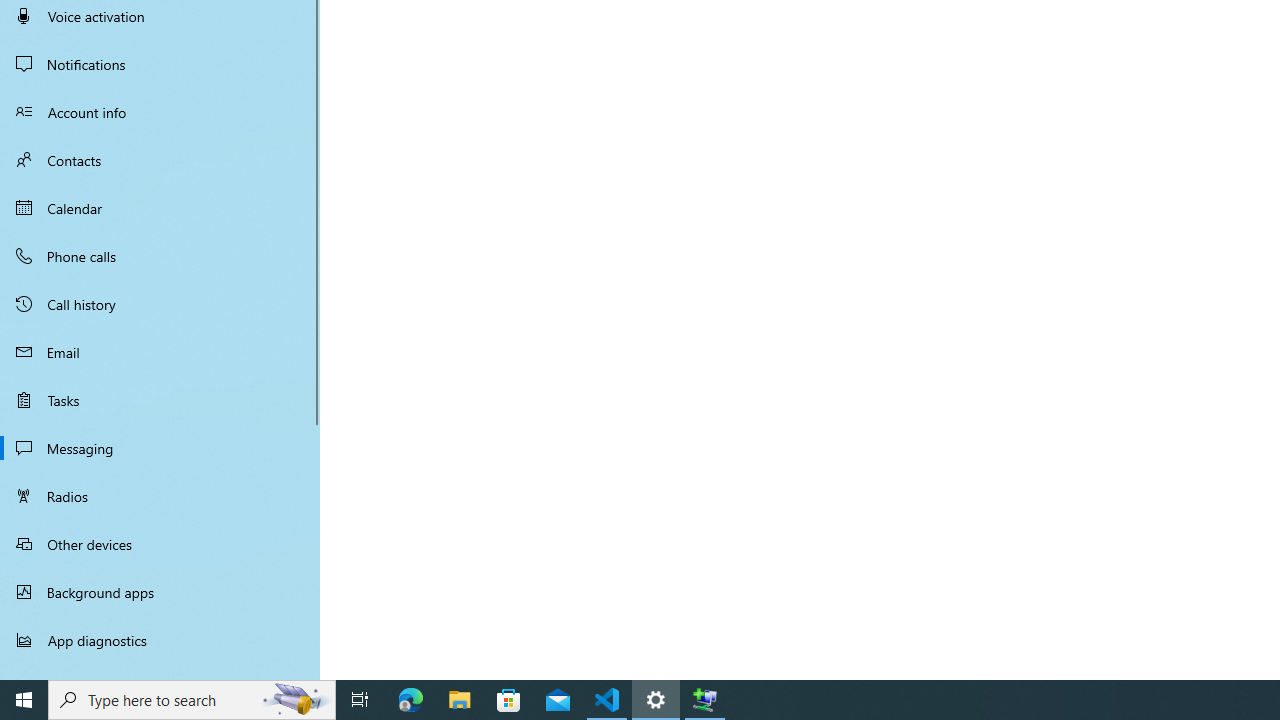 The image size is (1280, 720). Describe the element at coordinates (160, 63) in the screenshot. I see `'Notifications'` at that location.